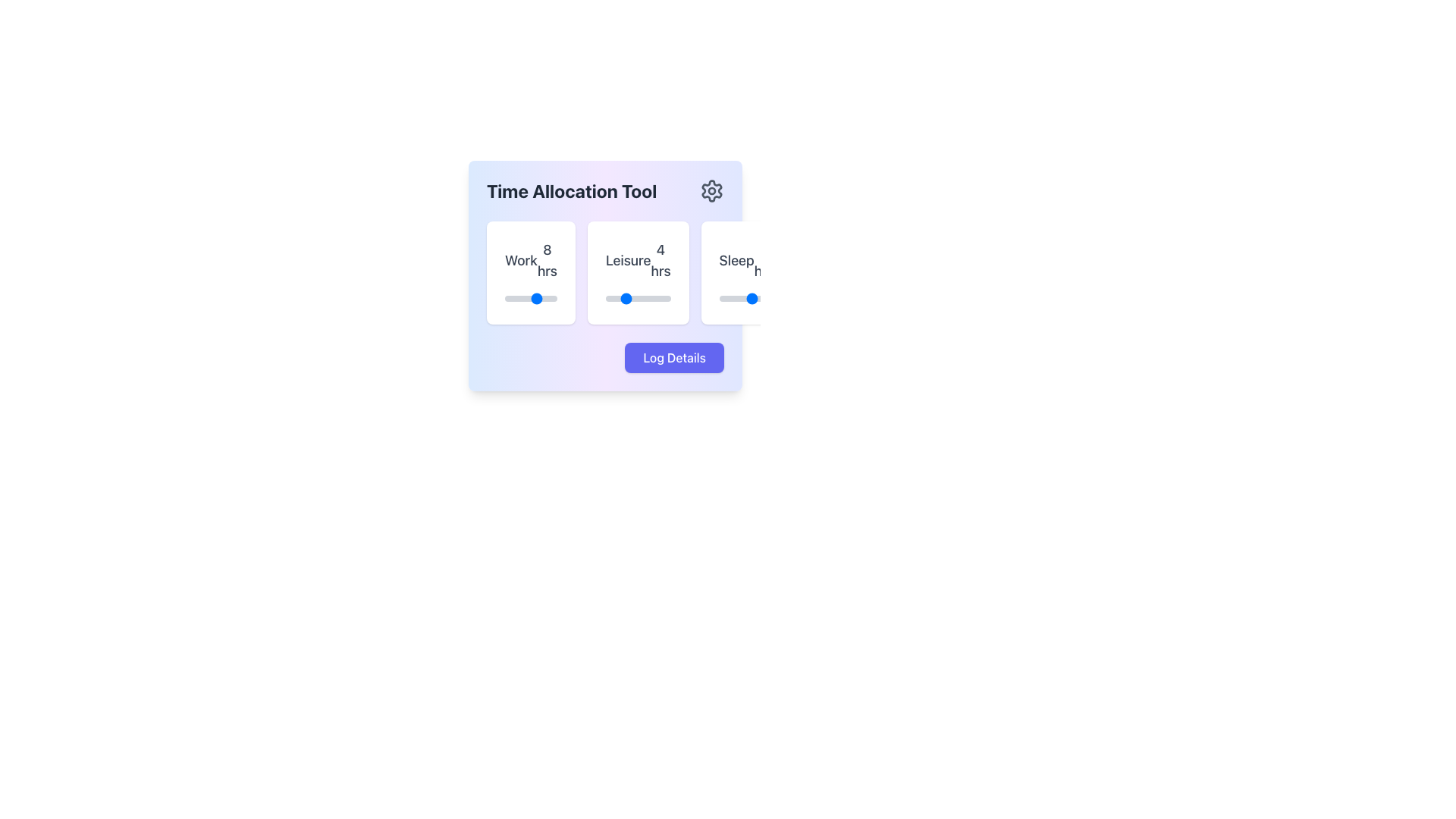  What do you see at coordinates (661, 259) in the screenshot?
I see `the text label displaying '4 hrs', which is positioned below the 'Leisure' text in the middle card of a three-card layout` at bounding box center [661, 259].